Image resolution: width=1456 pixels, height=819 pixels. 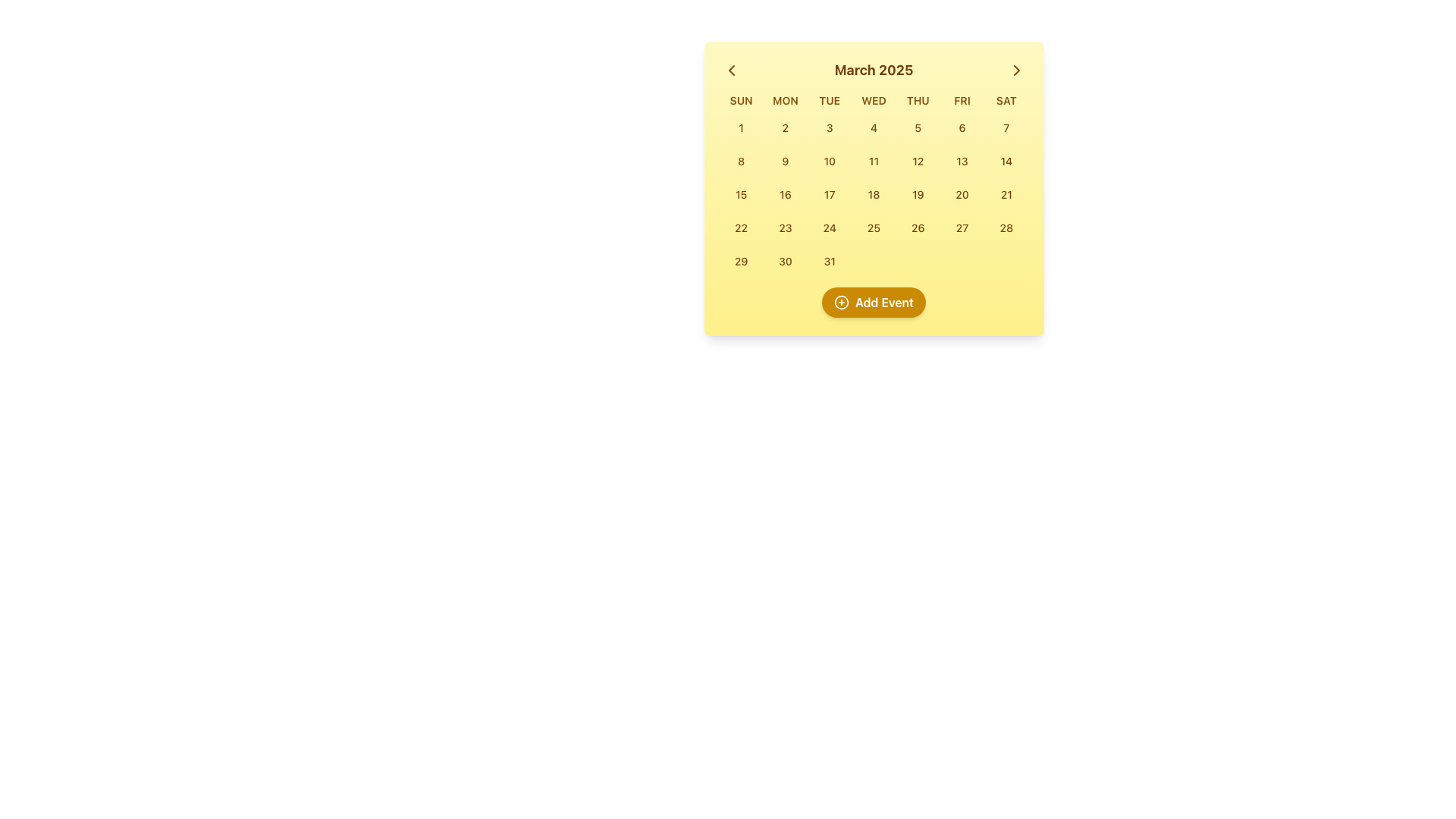 What do you see at coordinates (840, 302) in the screenshot?
I see `the circular icon with a plus sign at the bottom left of the 'Add Event' button in the calendar panel` at bounding box center [840, 302].